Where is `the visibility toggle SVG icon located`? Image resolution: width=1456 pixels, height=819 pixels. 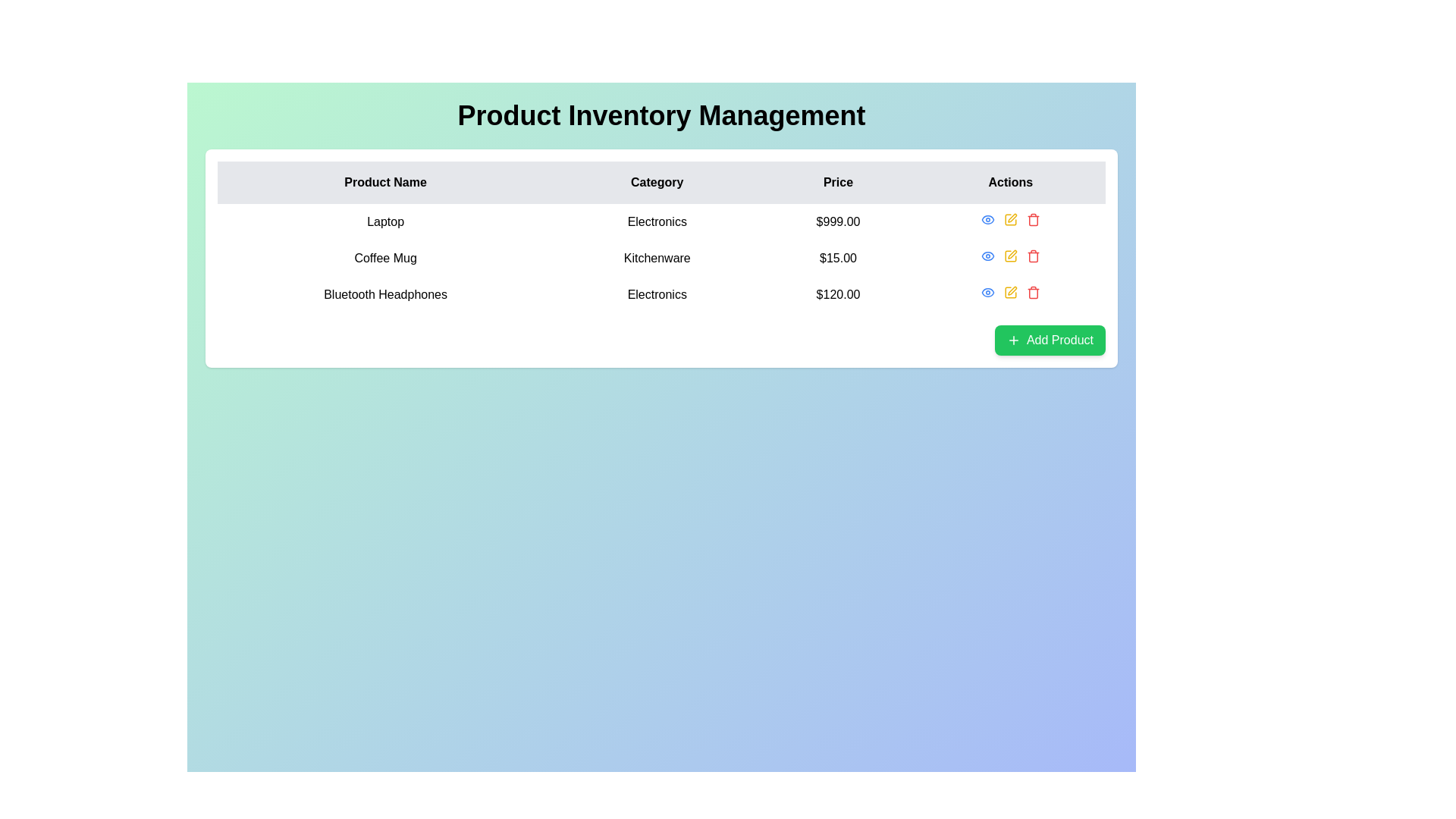 the visibility toggle SVG icon located is located at coordinates (987, 256).